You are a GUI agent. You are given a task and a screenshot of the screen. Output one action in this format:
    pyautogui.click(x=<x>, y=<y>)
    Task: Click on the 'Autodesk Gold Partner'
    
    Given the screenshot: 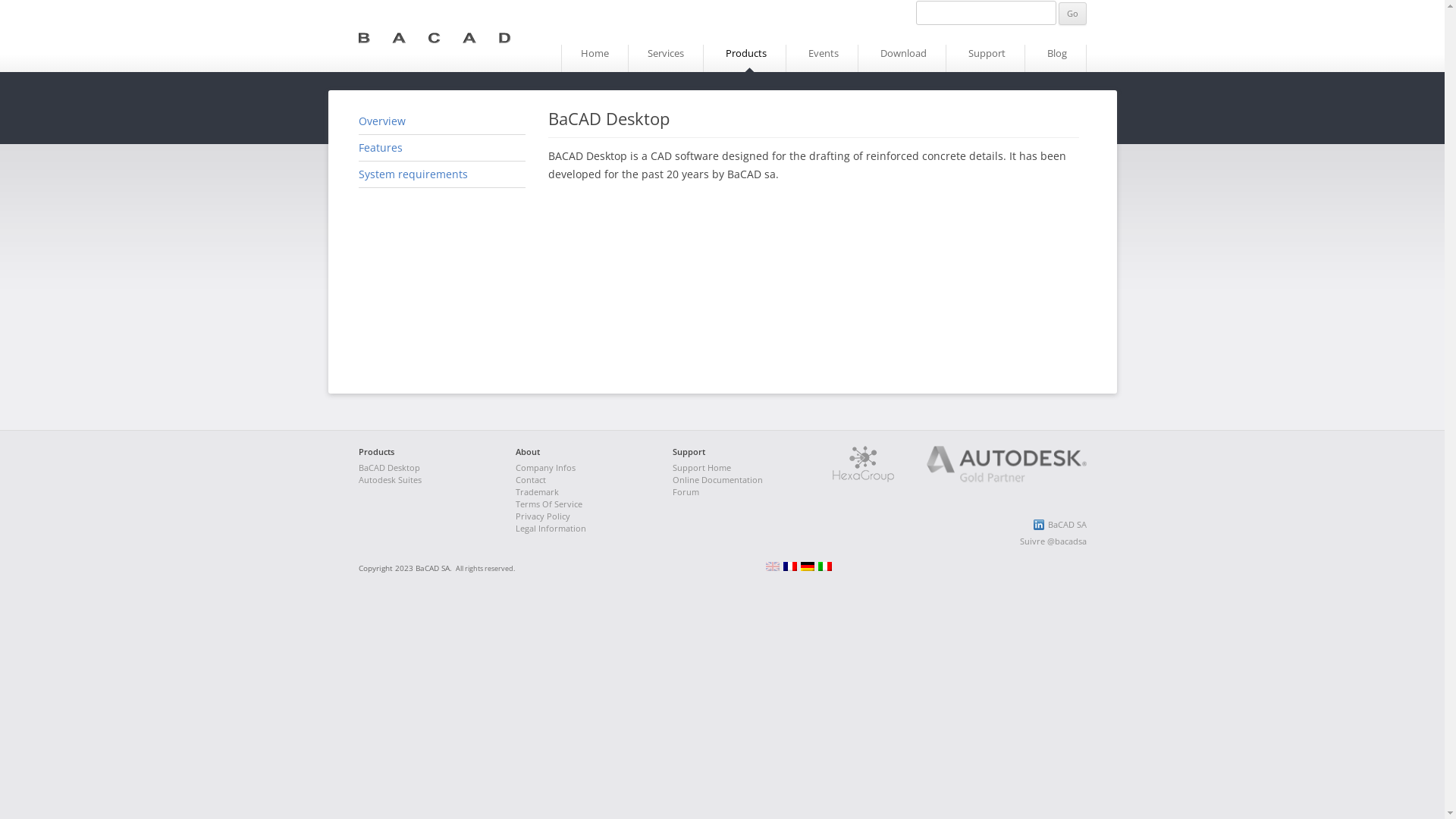 What is the action you would take?
    pyautogui.click(x=990, y=479)
    